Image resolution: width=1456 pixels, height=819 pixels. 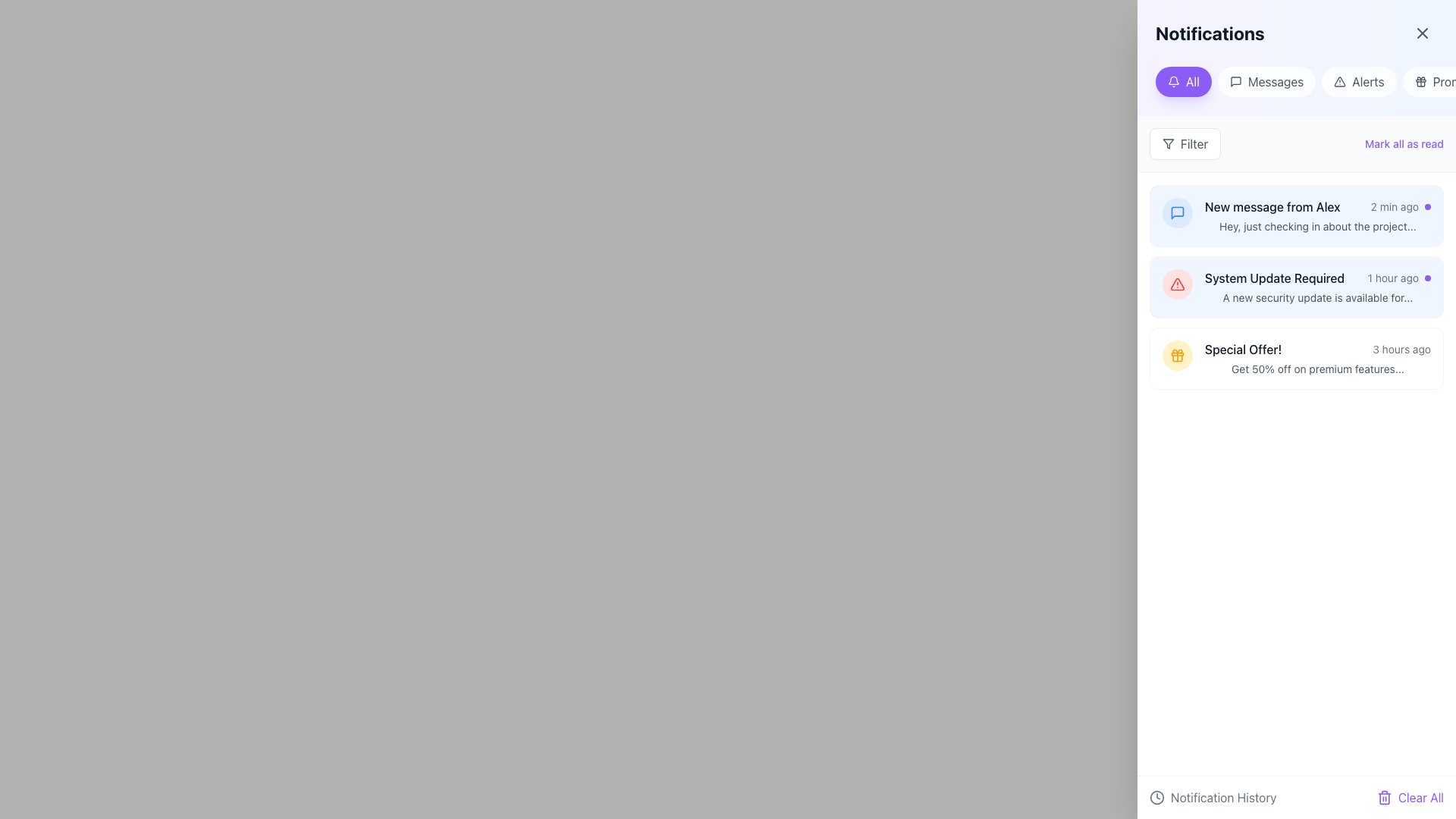 I want to click on the text label reading 'Get 50% off on premium features...' located below the title 'Special Offer!' in the third notification block on the right-hand side notification panel, so click(x=1316, y=369).